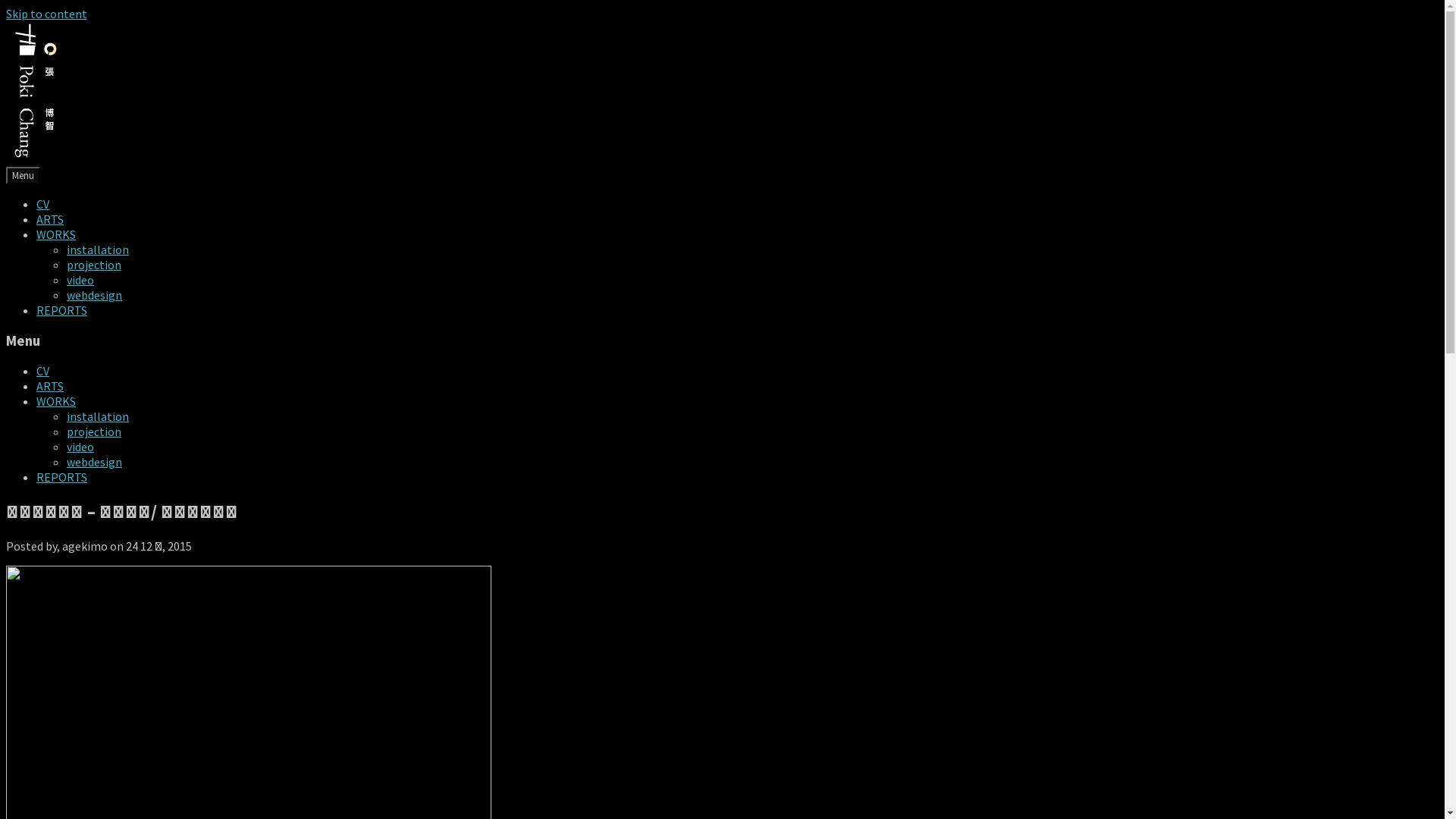 Image resolution: width=1456 pixels, height=819 pixels. What do you see at coordinates (61, 309) in the screenshot?
I see `'REPORTS'` at bounding box center [61, 309].